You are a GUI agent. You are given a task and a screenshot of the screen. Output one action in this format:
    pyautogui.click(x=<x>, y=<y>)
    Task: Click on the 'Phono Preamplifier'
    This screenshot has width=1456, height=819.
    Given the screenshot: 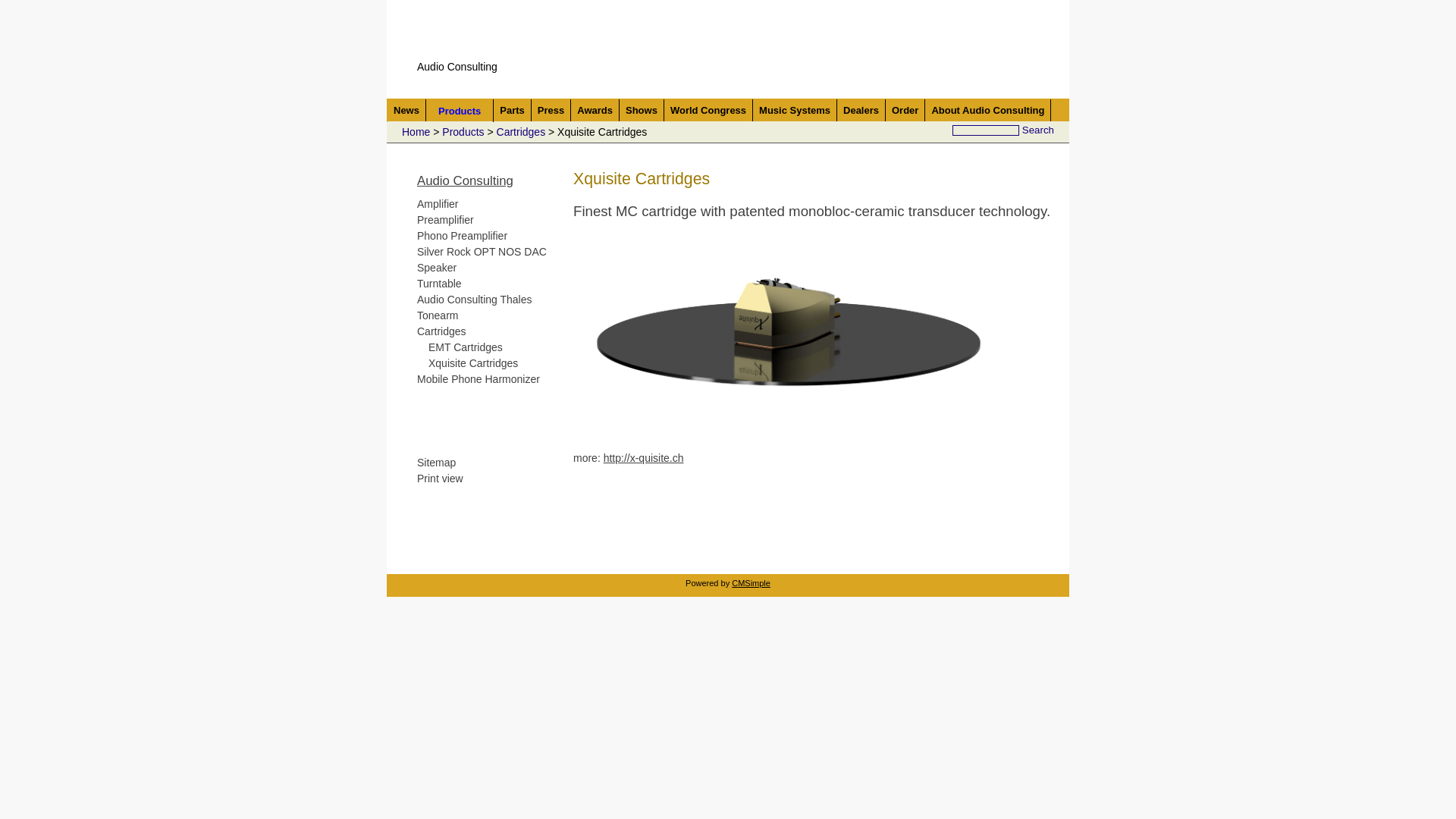 What is the action you would take?
    pyautogui.click(x=417, y=236)
    